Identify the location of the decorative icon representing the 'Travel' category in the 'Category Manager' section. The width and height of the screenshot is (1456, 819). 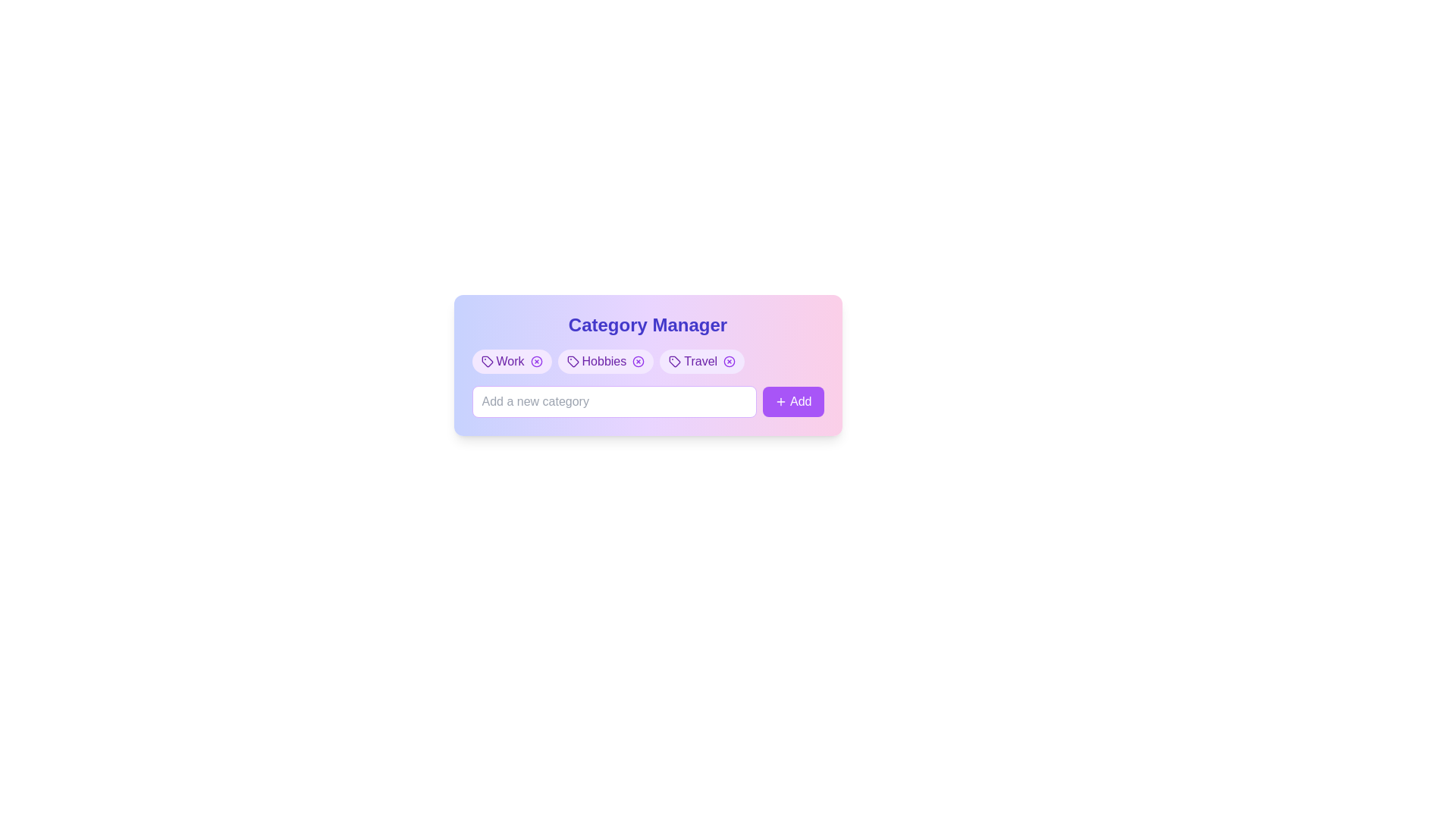
(674, 362).